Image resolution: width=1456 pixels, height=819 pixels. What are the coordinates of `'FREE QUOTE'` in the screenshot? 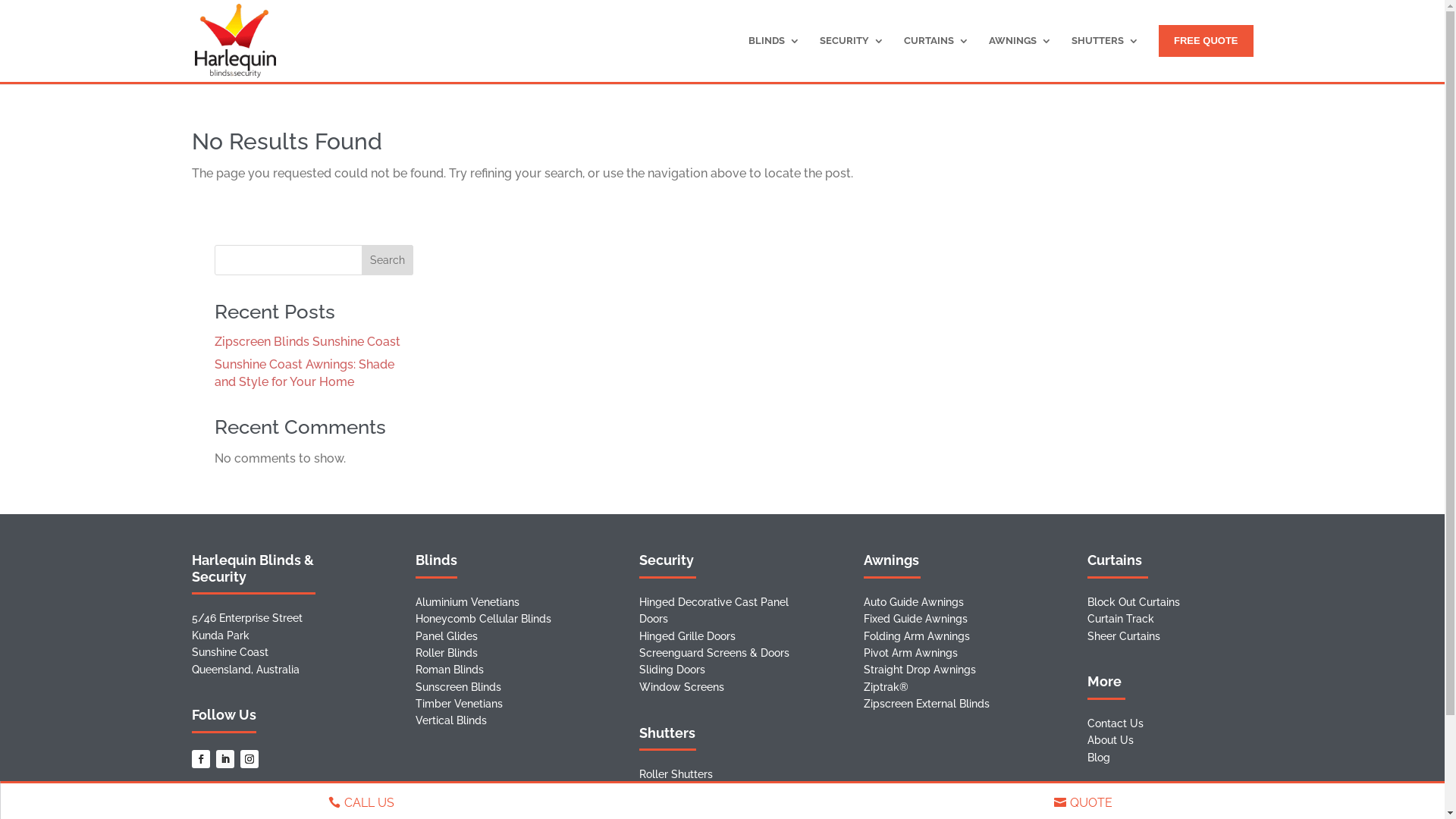 It's located at (1205, 40).